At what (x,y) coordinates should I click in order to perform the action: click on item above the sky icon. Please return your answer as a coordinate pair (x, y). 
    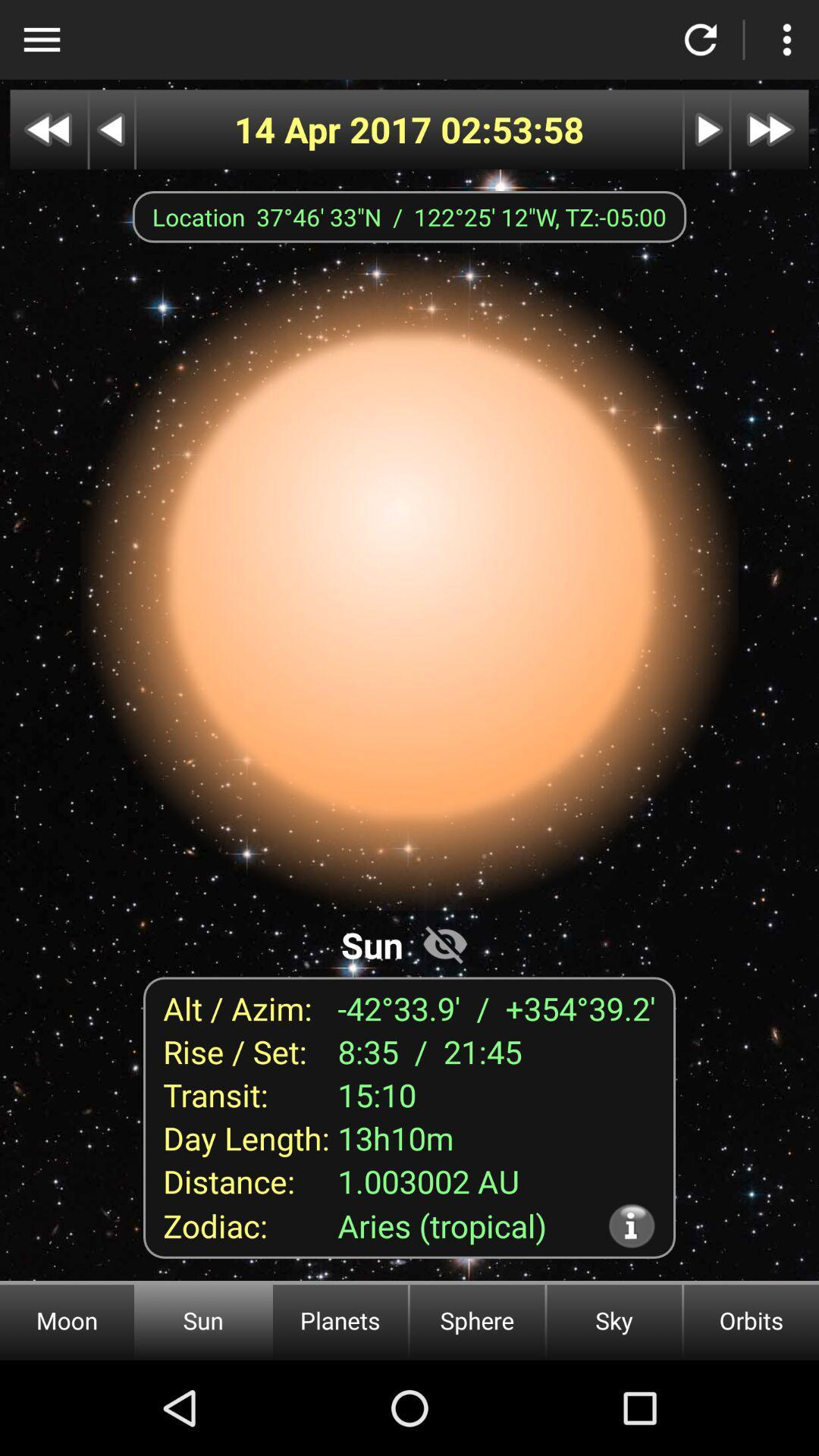
    Looking at the image, I should click on (632, 1225).